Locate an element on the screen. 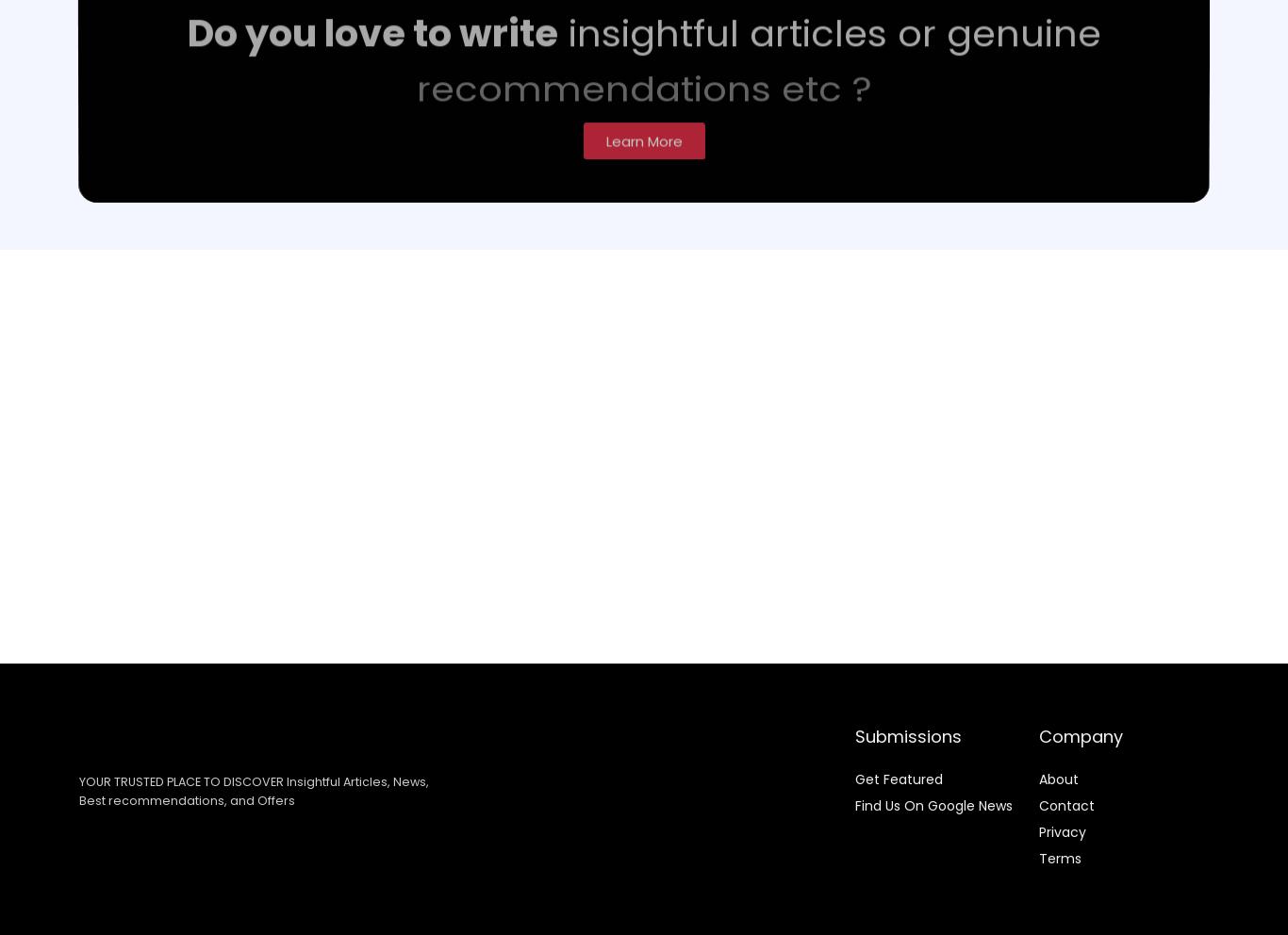  'Find Us On Google News' is located at coordinates (933, 804).